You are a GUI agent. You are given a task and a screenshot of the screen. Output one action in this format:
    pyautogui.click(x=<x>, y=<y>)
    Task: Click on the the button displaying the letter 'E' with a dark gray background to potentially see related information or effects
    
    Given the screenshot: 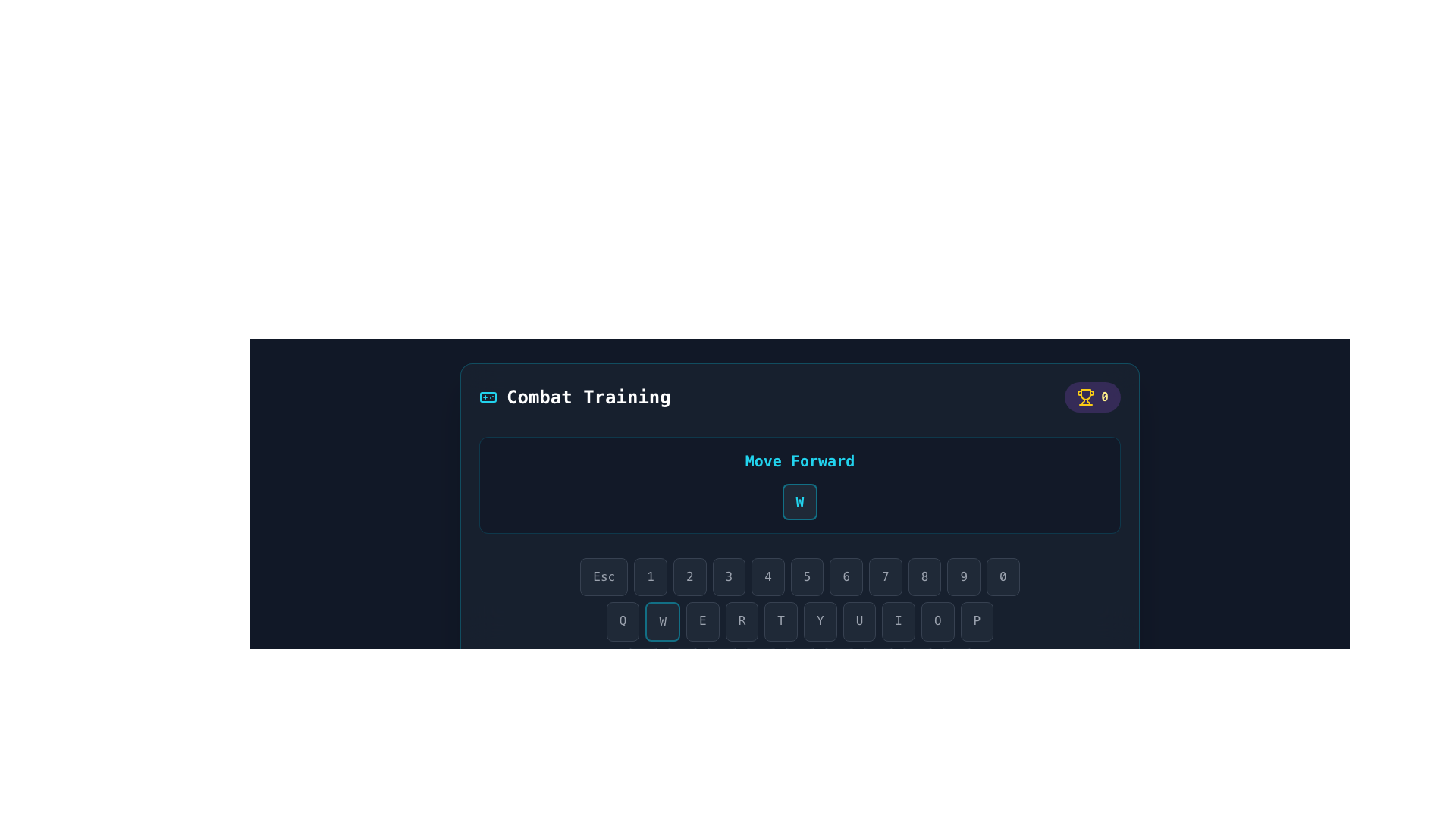 What is the action you would take?
    pyautogui.click(x=701, y=622)
    